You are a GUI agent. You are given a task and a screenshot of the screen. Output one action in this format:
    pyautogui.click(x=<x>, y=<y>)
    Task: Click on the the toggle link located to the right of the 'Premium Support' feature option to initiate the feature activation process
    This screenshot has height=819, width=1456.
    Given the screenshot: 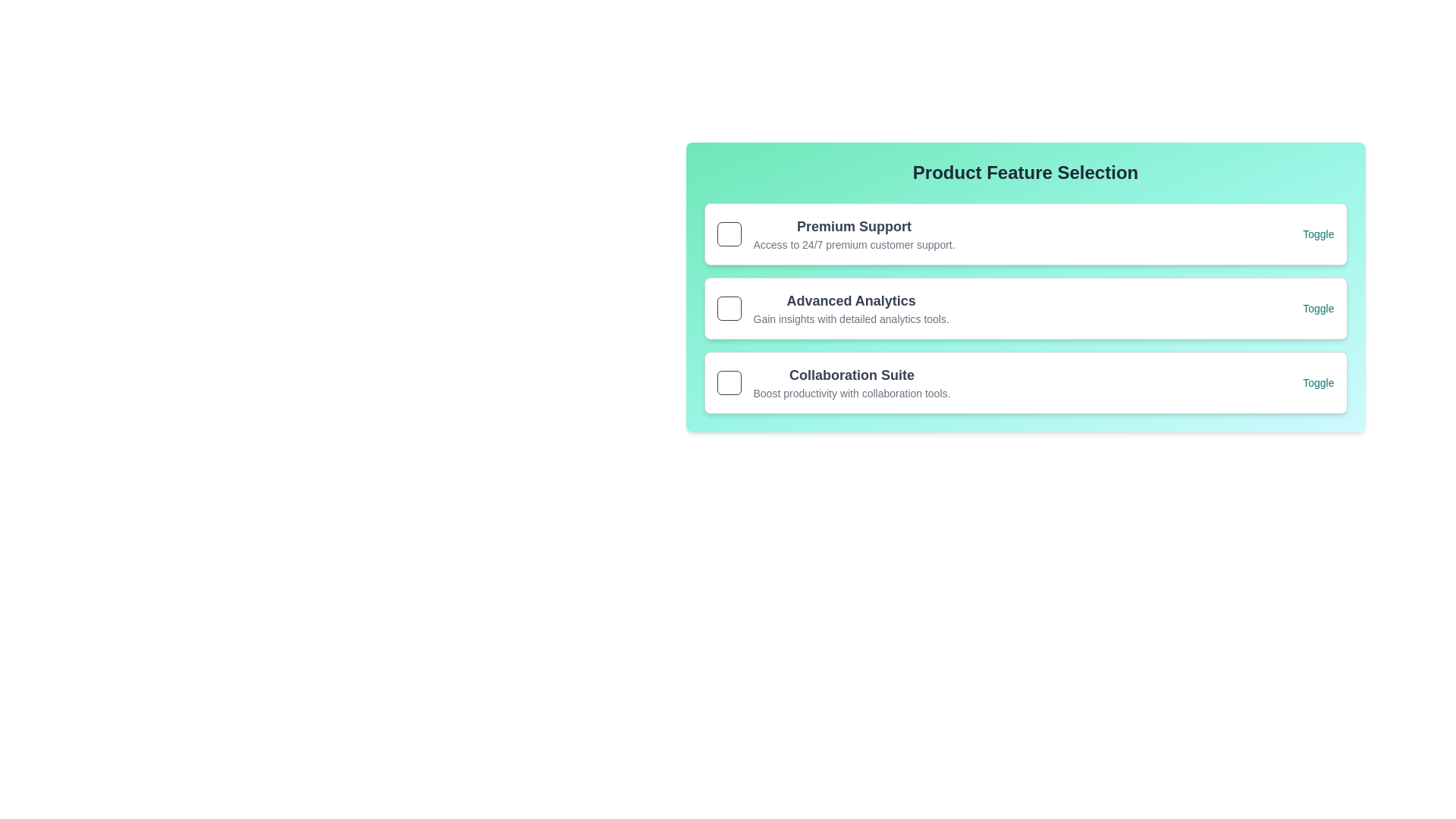 What is the action you would take?
    pyautogui.click(x=1317, y=234)
    